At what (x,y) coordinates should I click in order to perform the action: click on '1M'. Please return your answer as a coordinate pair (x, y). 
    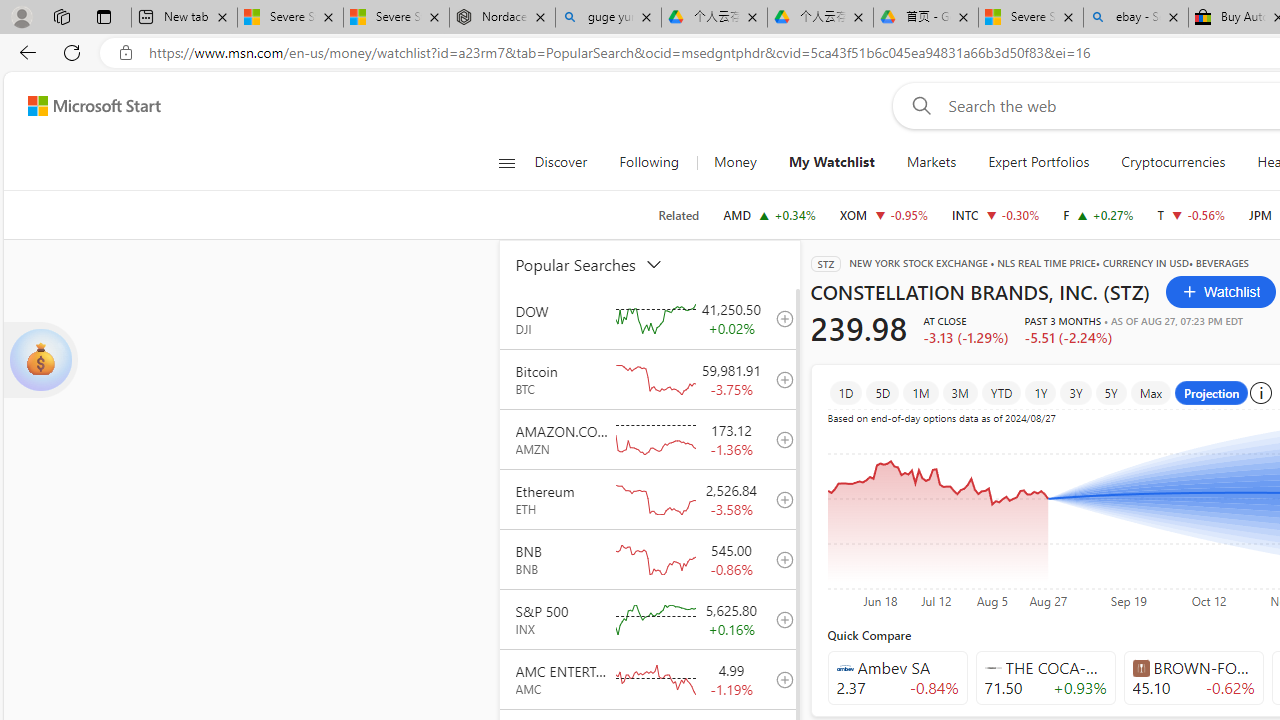
    Looking at the image, I should click on (919, 392).